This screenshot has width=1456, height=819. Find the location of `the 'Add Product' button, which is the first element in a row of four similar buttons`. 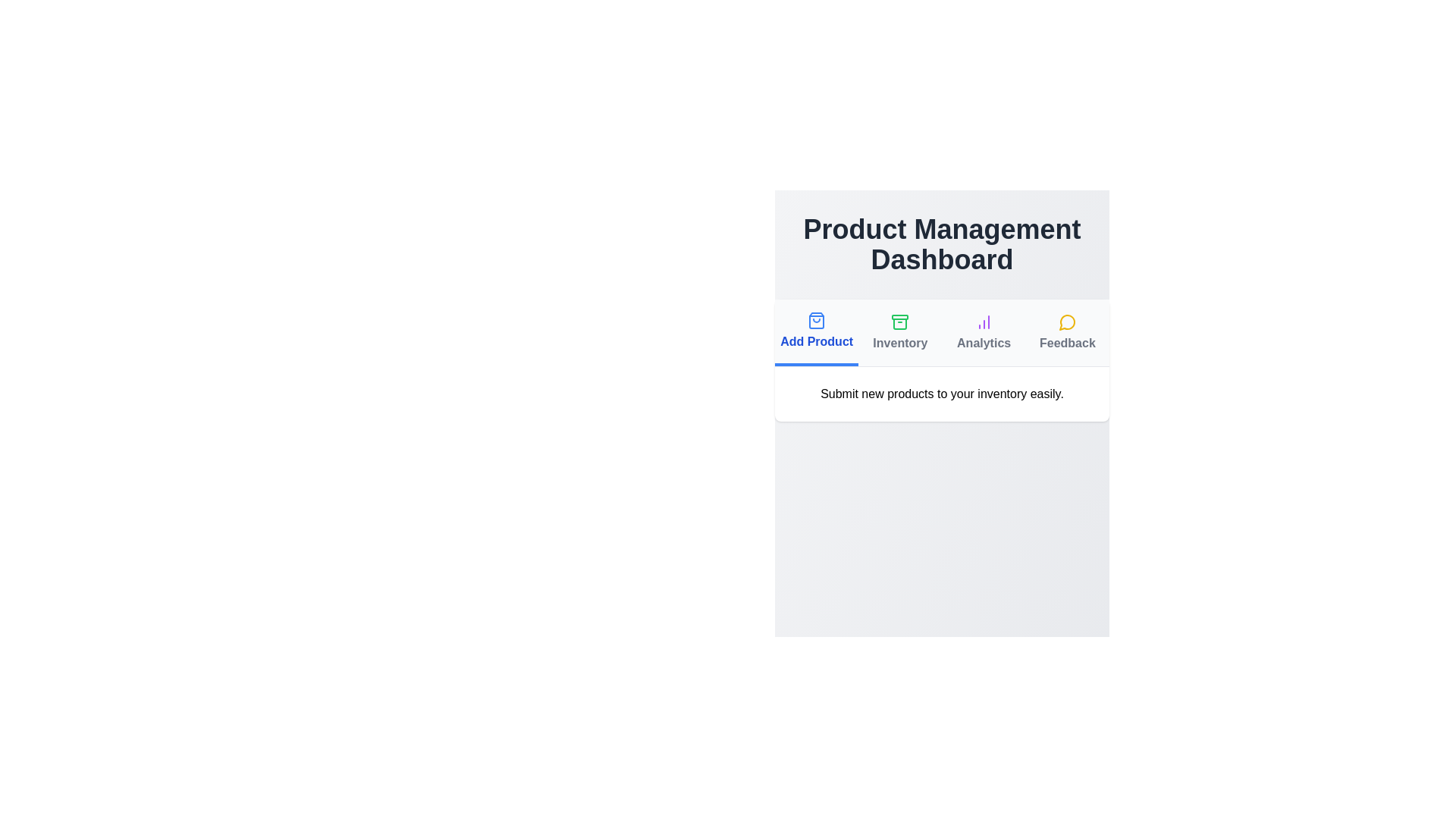

the 'Add Product' button, which is the first element in a row of four similar buttons is located at coordinates (816, 330).